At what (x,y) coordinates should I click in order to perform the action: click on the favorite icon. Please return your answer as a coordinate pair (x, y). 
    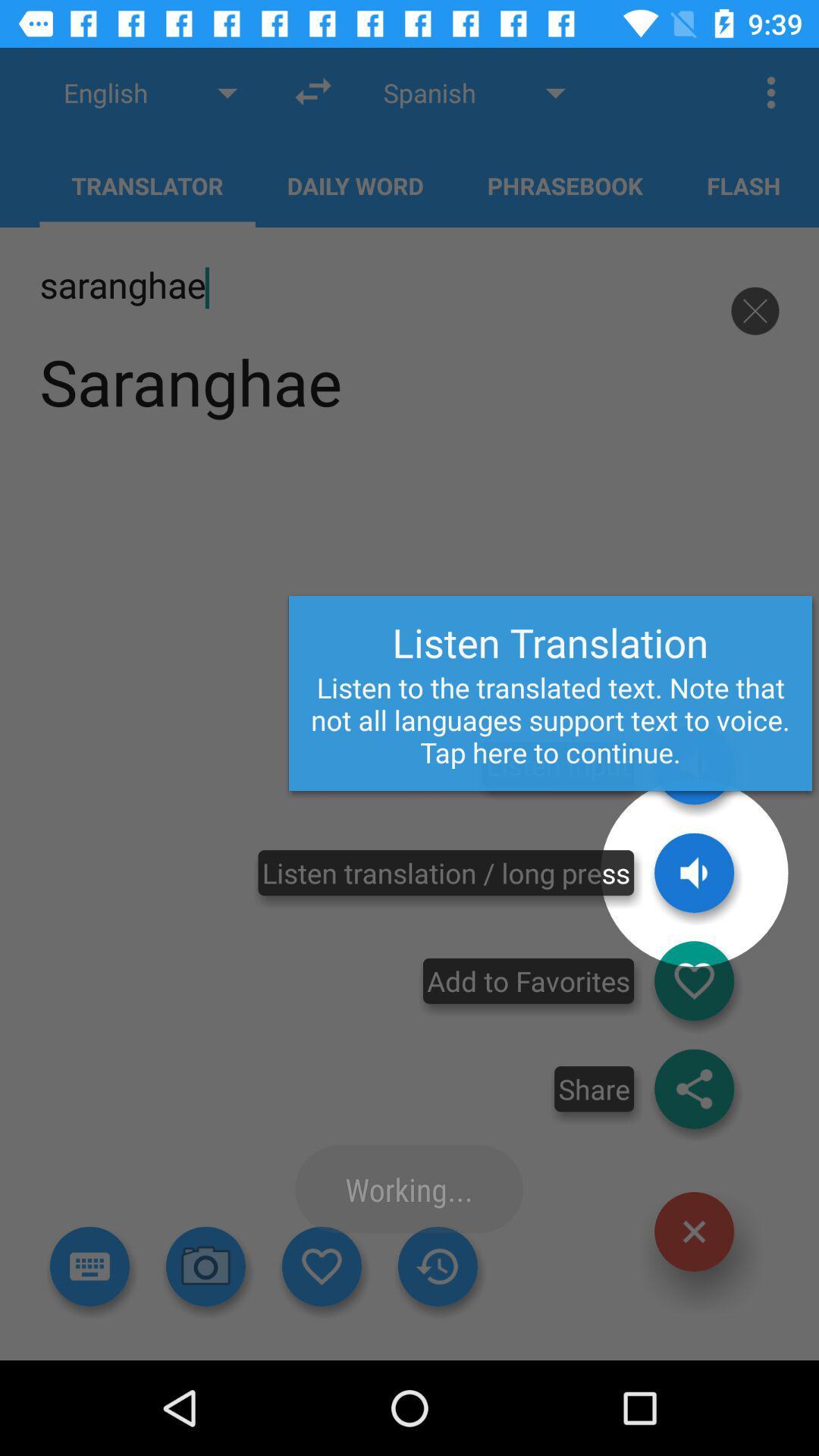
    Looking at the image, I should click on (694, 981).